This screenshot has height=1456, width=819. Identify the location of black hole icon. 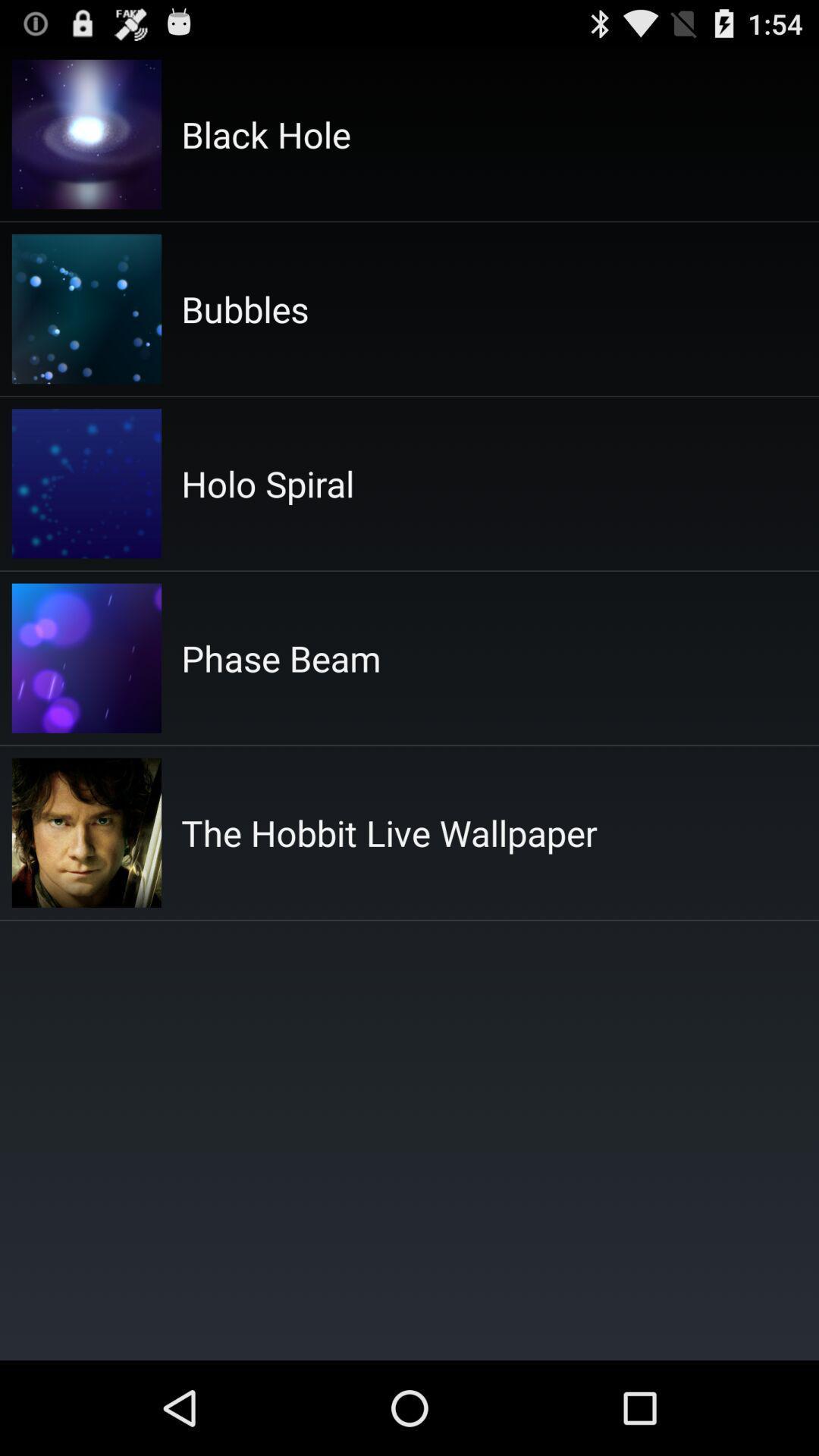
(265, 134).